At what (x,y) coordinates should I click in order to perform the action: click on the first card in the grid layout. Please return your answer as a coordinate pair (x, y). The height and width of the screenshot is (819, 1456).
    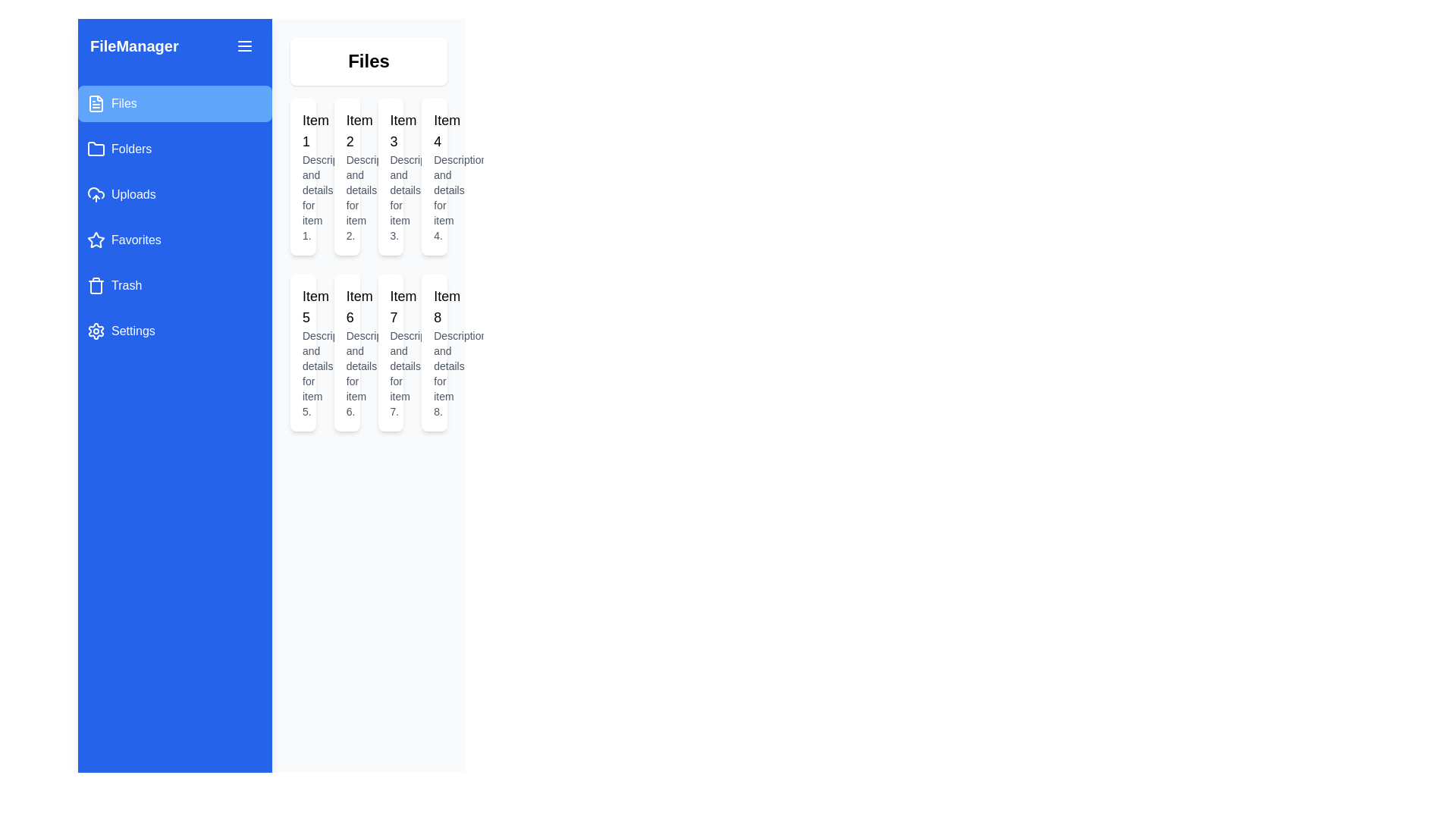
    Looking at the image, I should click on (303, 175).